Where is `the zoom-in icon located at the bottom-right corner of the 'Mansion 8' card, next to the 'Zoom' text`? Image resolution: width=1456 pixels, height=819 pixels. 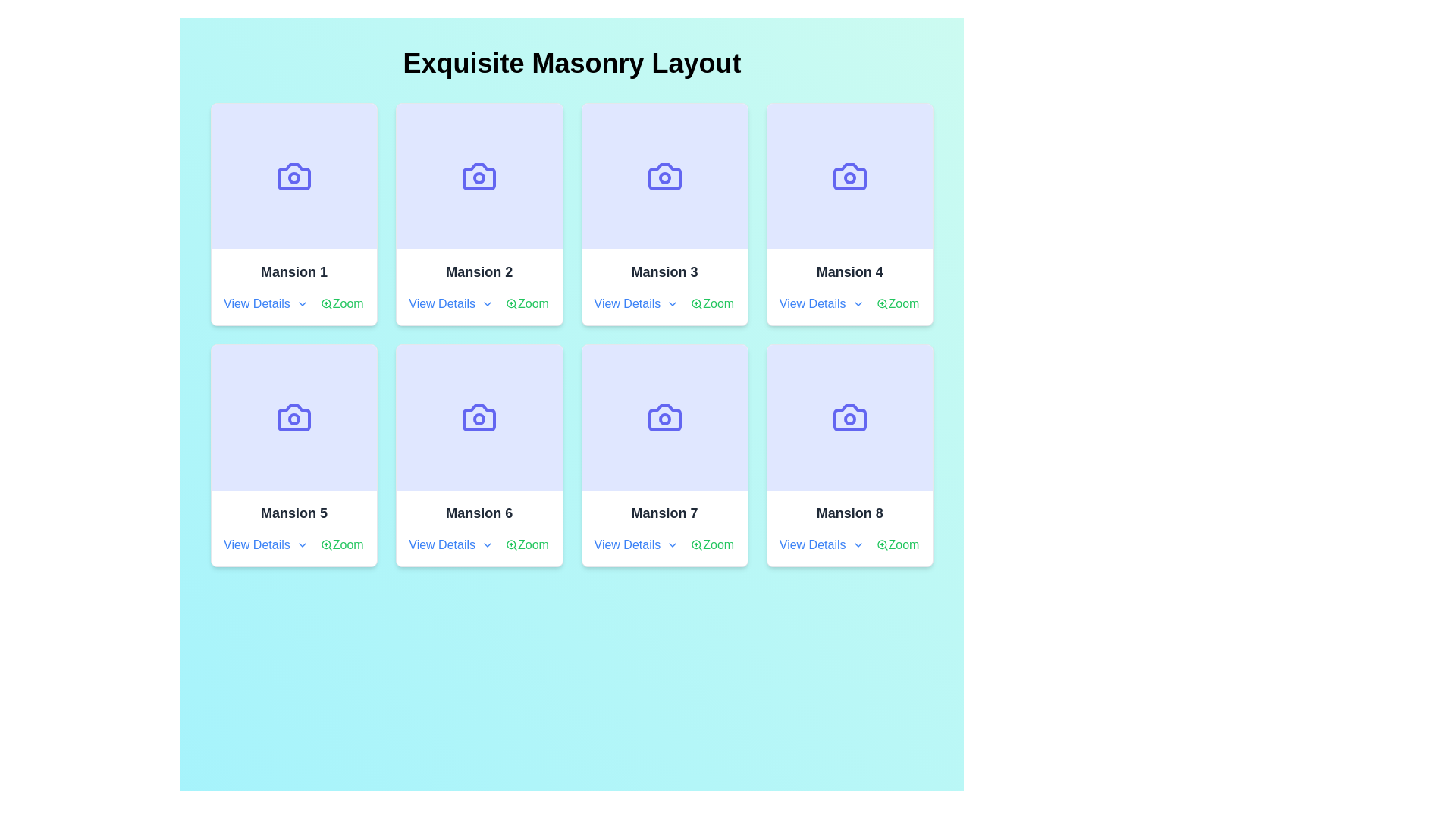
the zoom-in icon located at the bottom-right corner of the 'Mansion 8' card, next to the 'Zoom' text is located at coordinates (882, 544).